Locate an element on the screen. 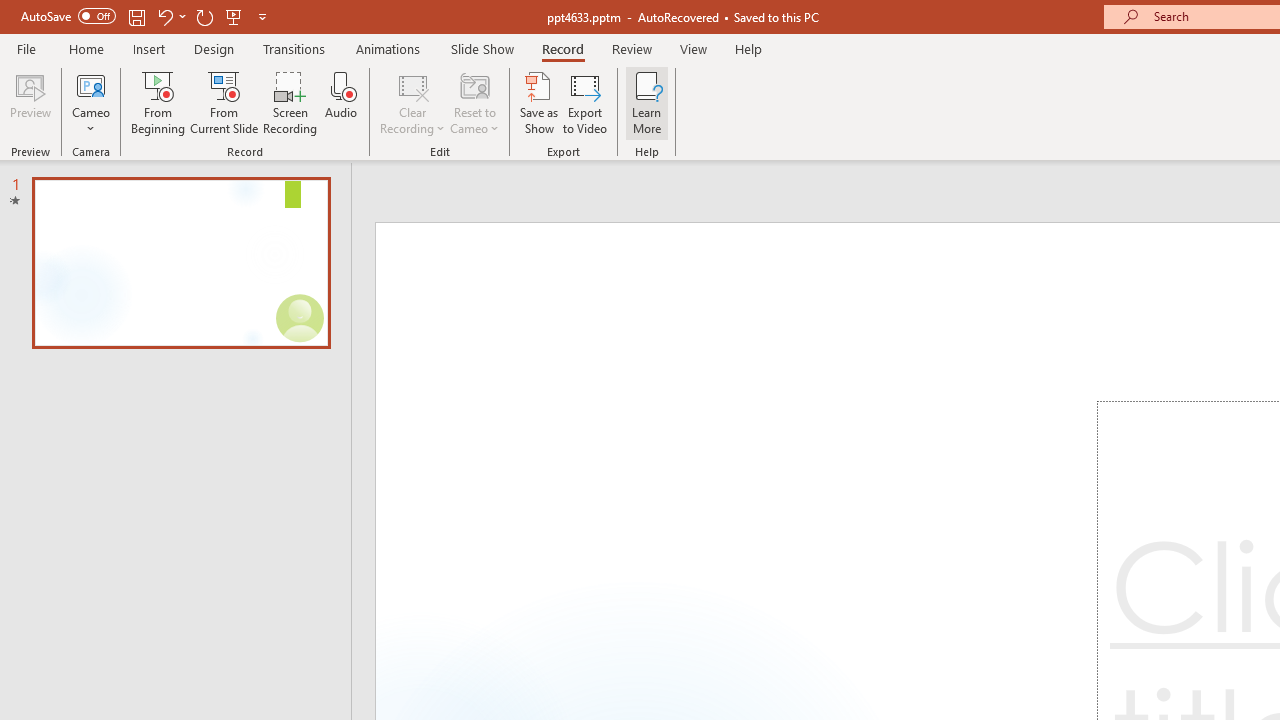  'From Current Slide...' is located at coordinates (224, 103).